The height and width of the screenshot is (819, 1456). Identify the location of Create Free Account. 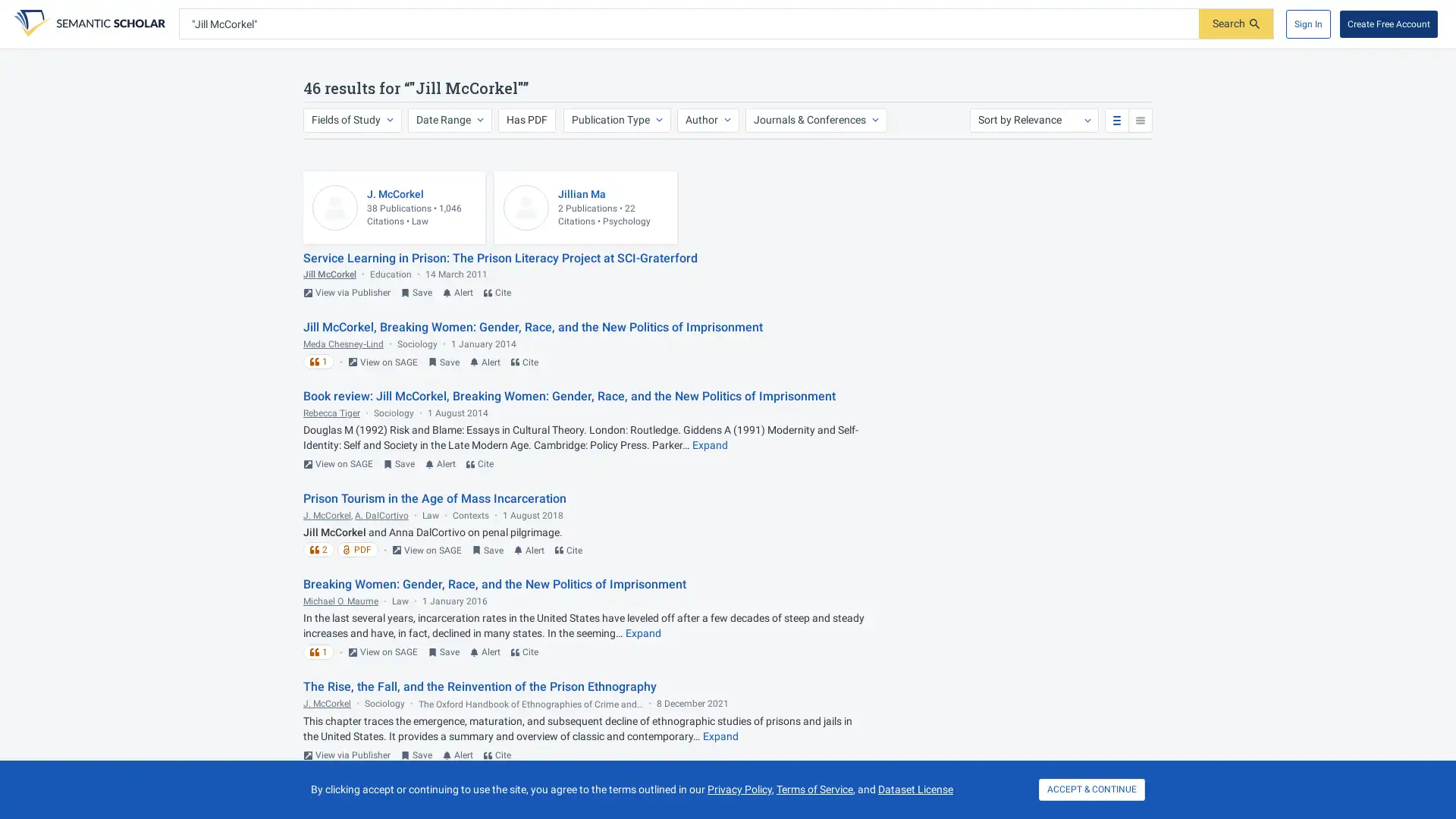
(1389, 24).